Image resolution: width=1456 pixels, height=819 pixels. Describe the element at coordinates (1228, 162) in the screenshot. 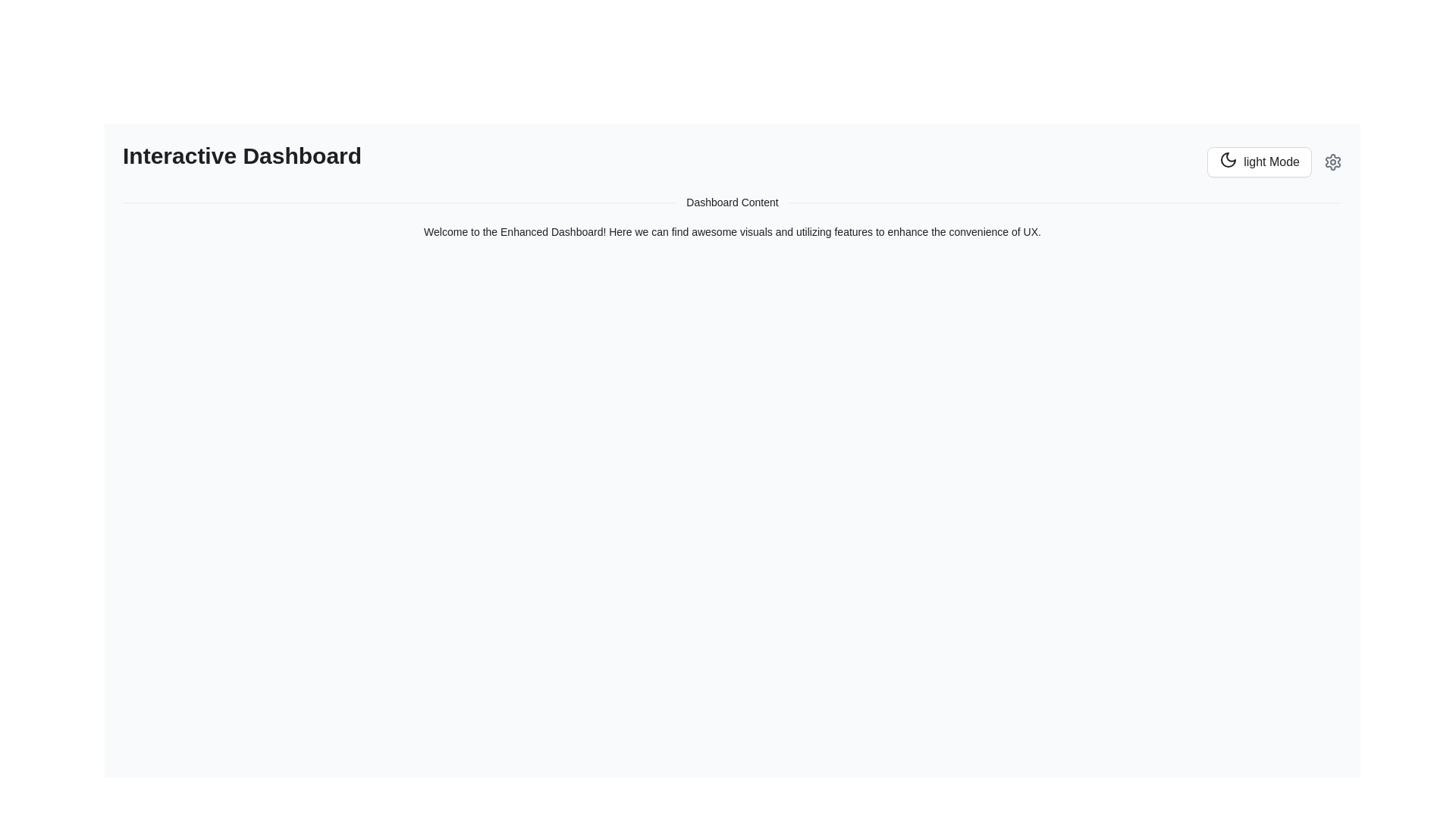

I see `the circular moon icon with a crescent shape, located within the 'light Mode' button on the far right of the user interface` at that location.